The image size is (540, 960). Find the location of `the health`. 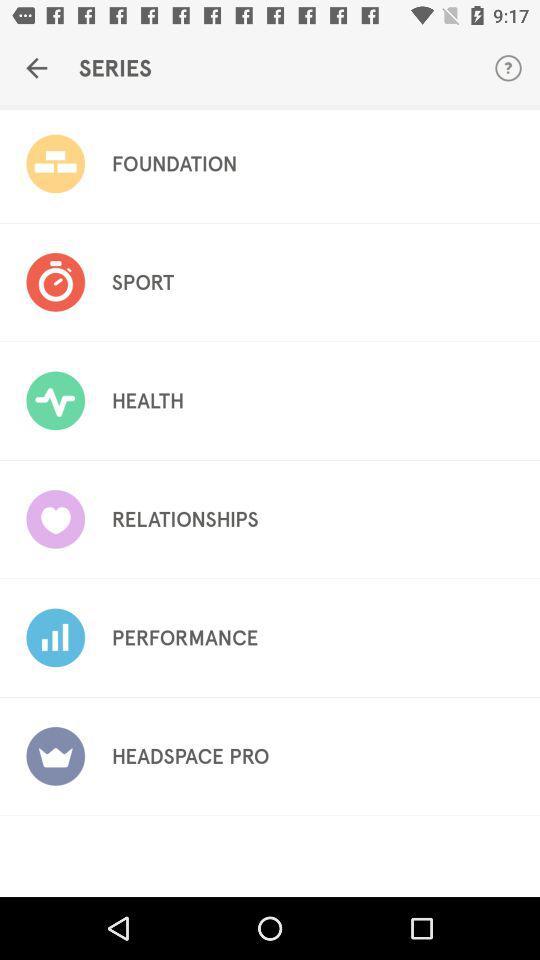

the health is located at coordinates (147, 400).